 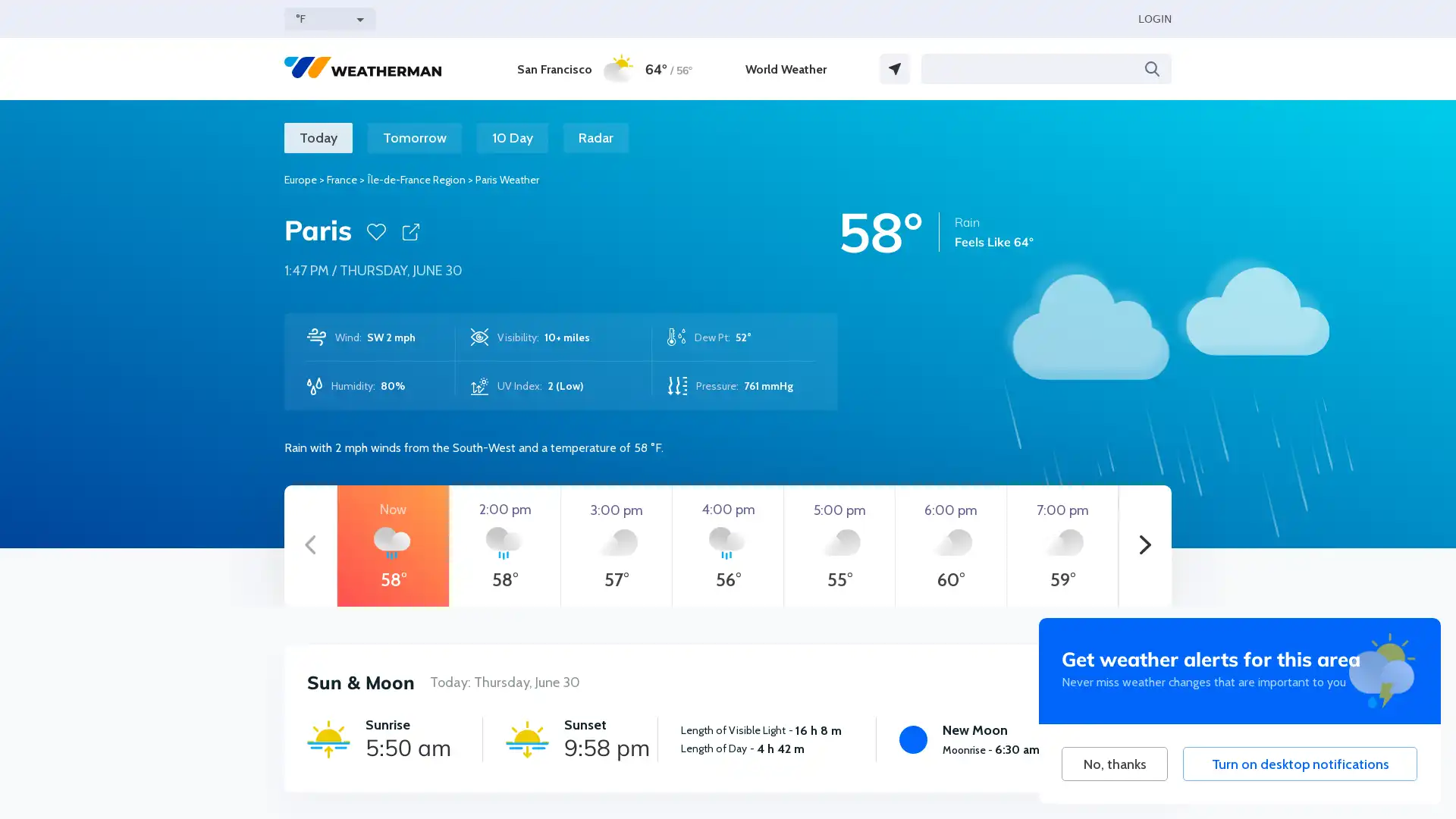 I want to click on LOGIN, so click(x=1153, y=18).